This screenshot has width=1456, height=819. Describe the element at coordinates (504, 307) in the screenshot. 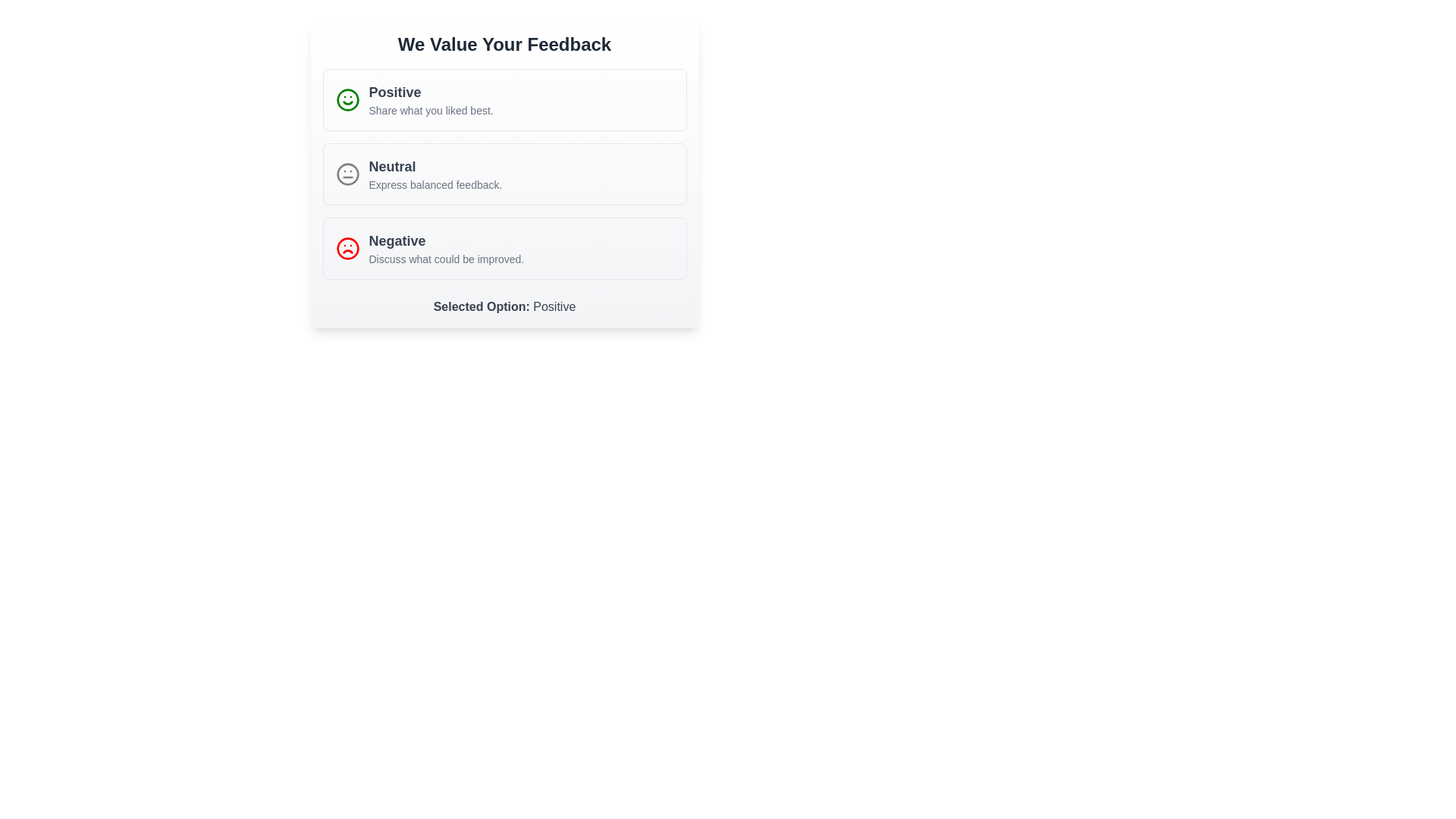

I see `the static text label displaying 'Selected Option: Positive', which is centered below the selectable feedback options` at that location.